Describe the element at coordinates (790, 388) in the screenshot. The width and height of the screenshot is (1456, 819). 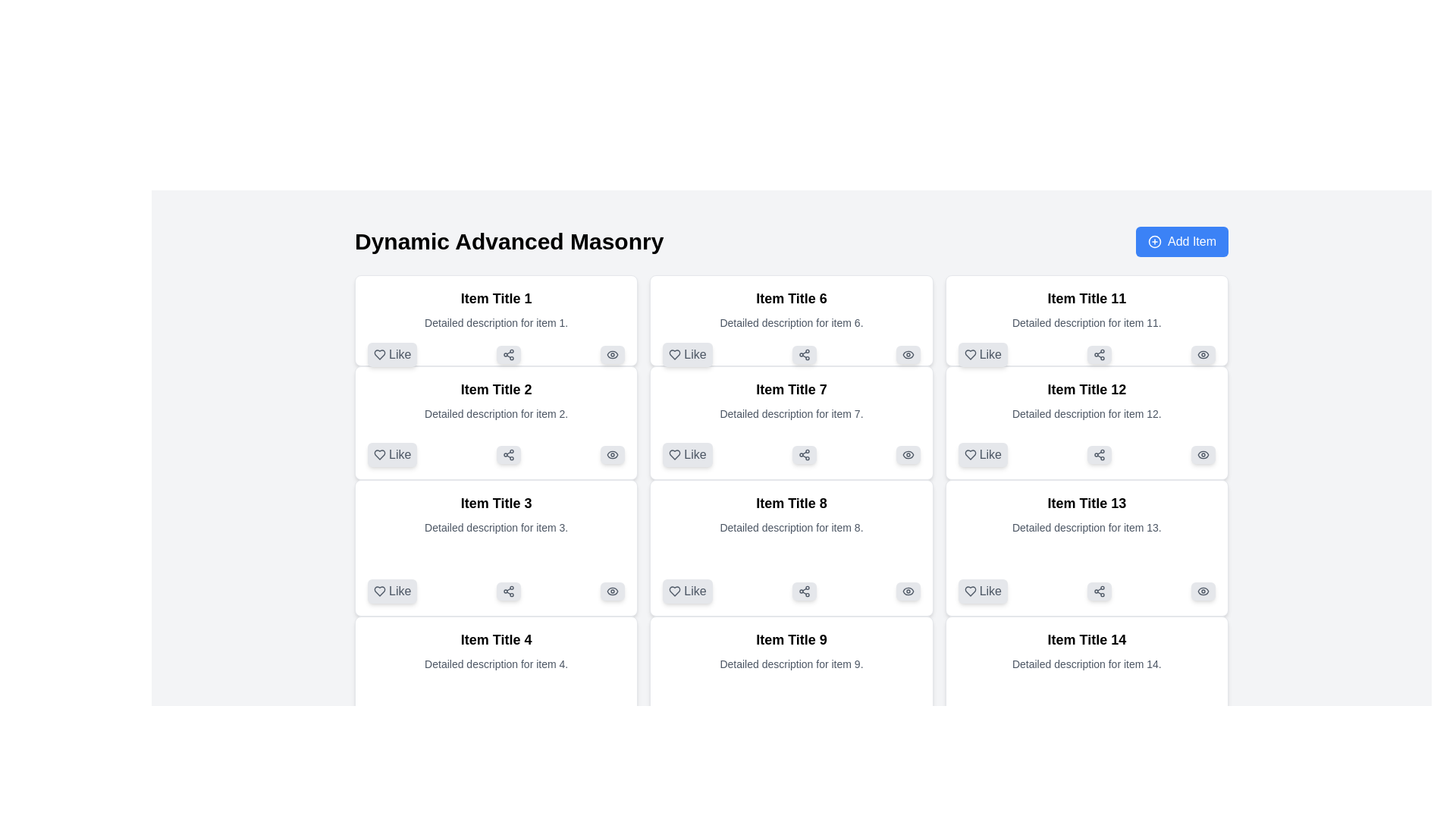
I see `text element displaying 'Item Title 7', which is styled in bold and larger than surrounding text, located in the second column and third row of the grid layout` at that location.